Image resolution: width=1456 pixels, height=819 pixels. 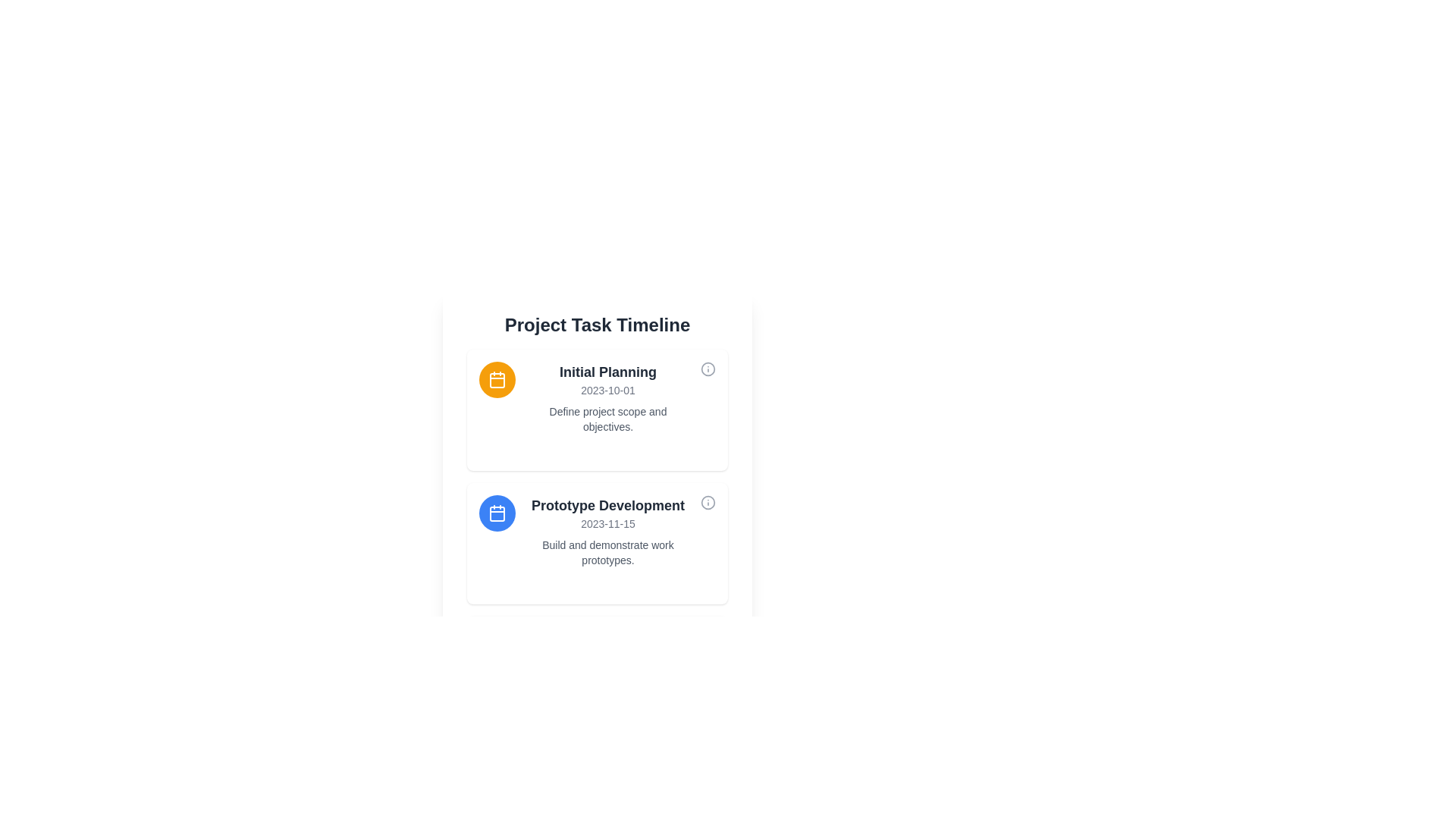 I want to click on the Text Label element titled 'Initial Planning', which is styled in bold dark gray and positioned at the top center of its task card, so click(x=607, y=372).